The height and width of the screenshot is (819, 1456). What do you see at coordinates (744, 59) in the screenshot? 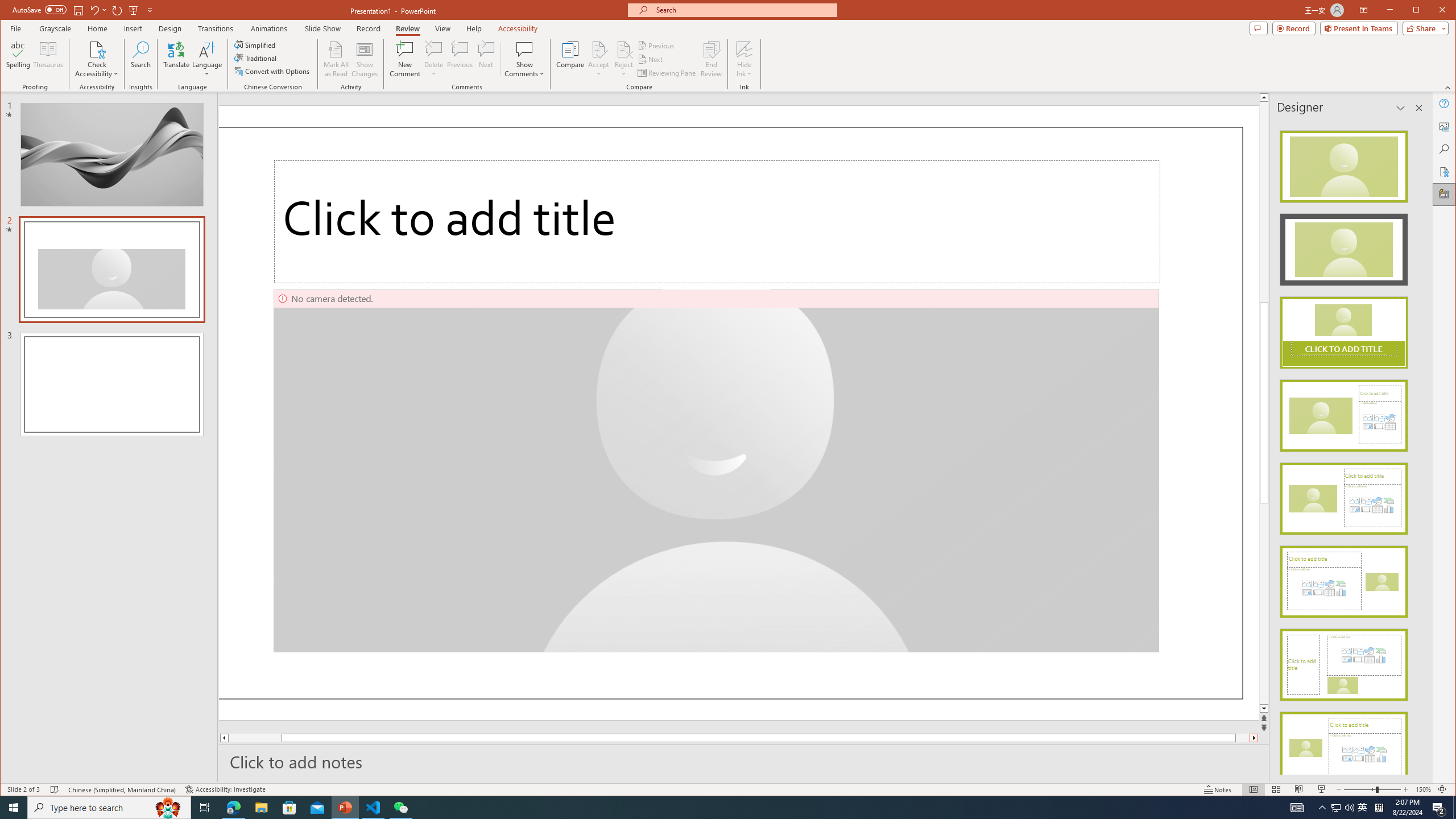
I see `'Hide Ink'` at bounding box center [744, 59].